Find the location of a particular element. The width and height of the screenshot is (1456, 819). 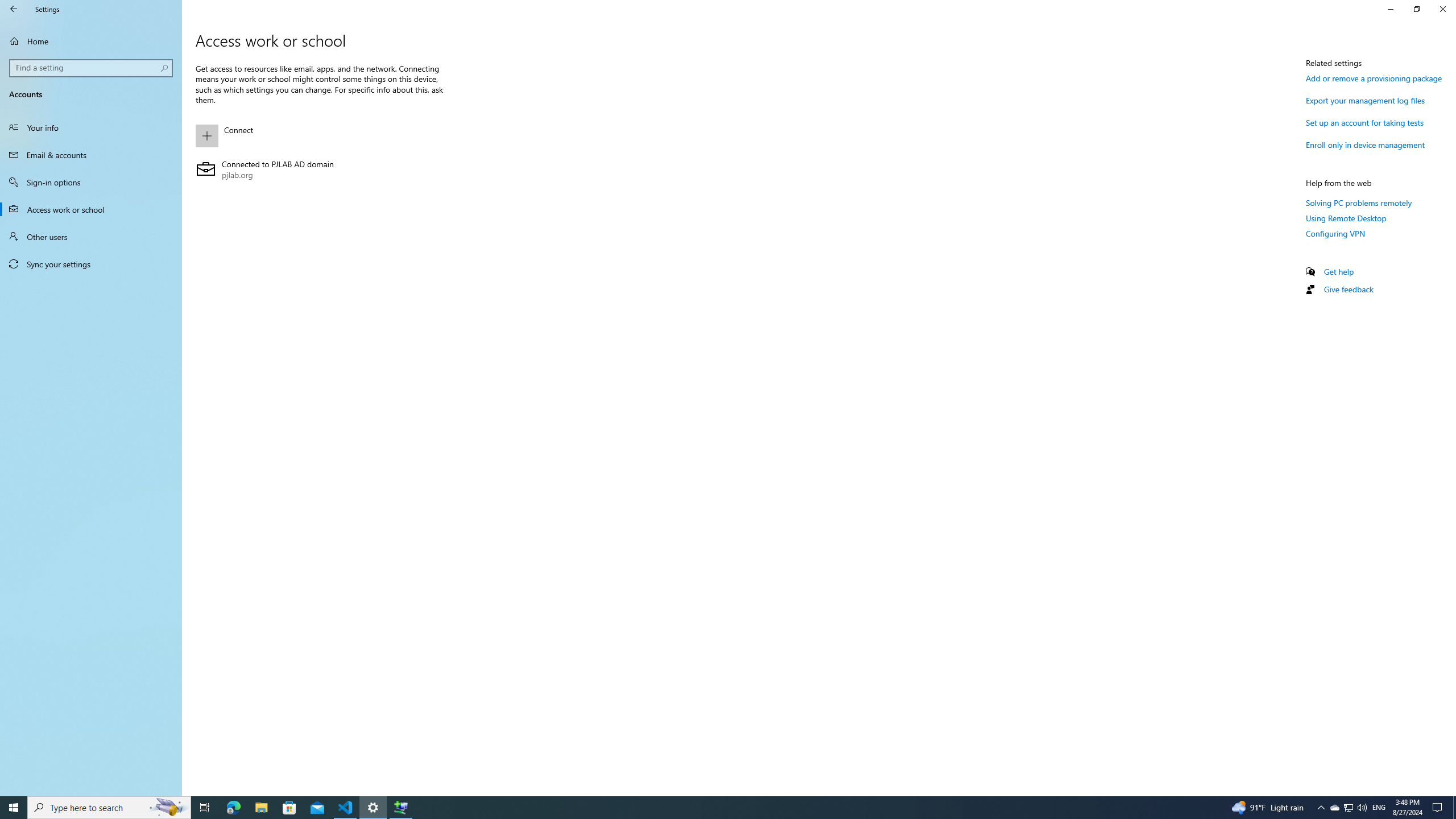

'Solving PC problems remotely' is located at coordinates (1358, 202).